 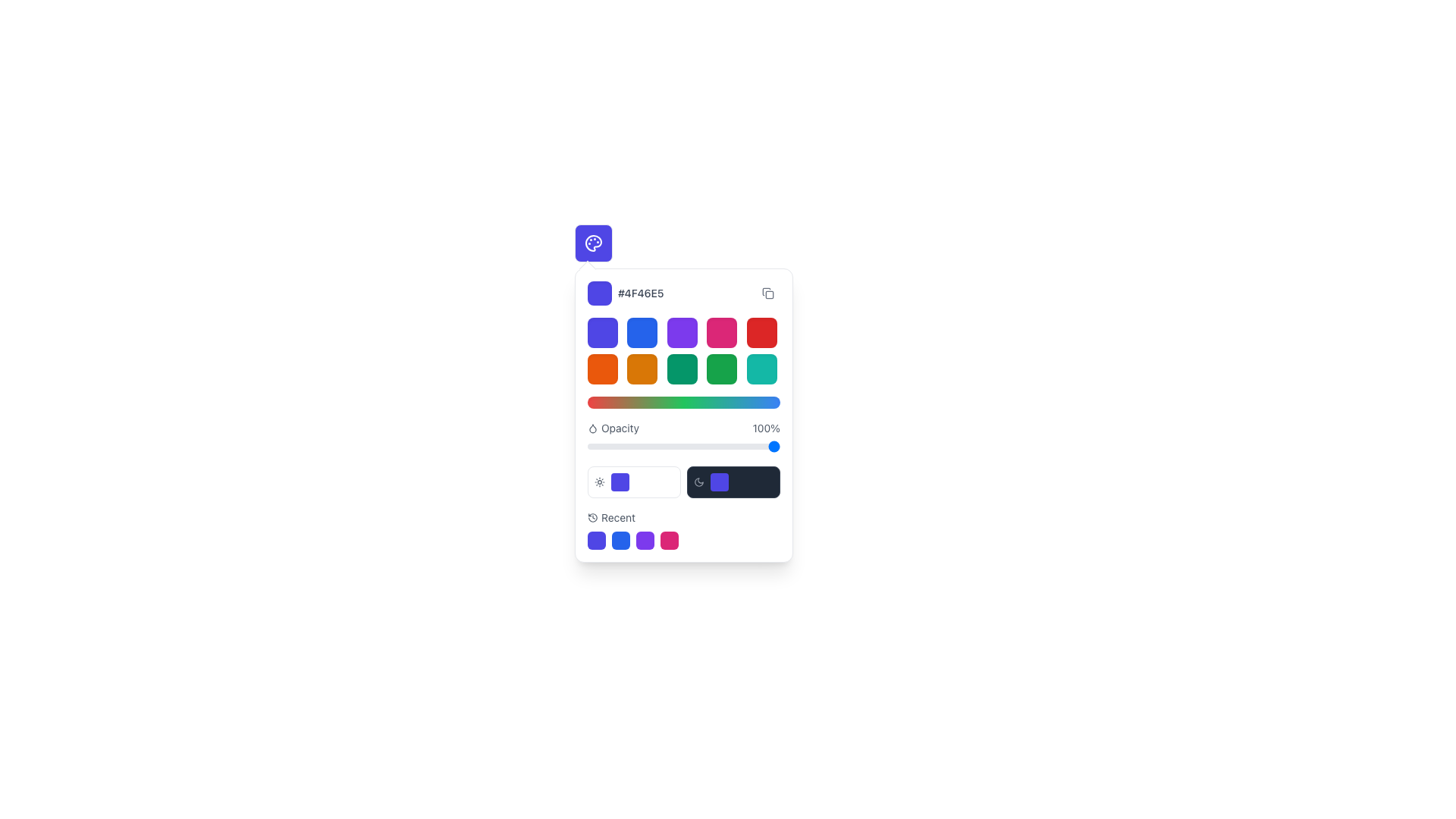 I want to click on the red color selection button, which is the fifth square in the top row of a 5x2 grid of color squares, so click(x=761, y=332).